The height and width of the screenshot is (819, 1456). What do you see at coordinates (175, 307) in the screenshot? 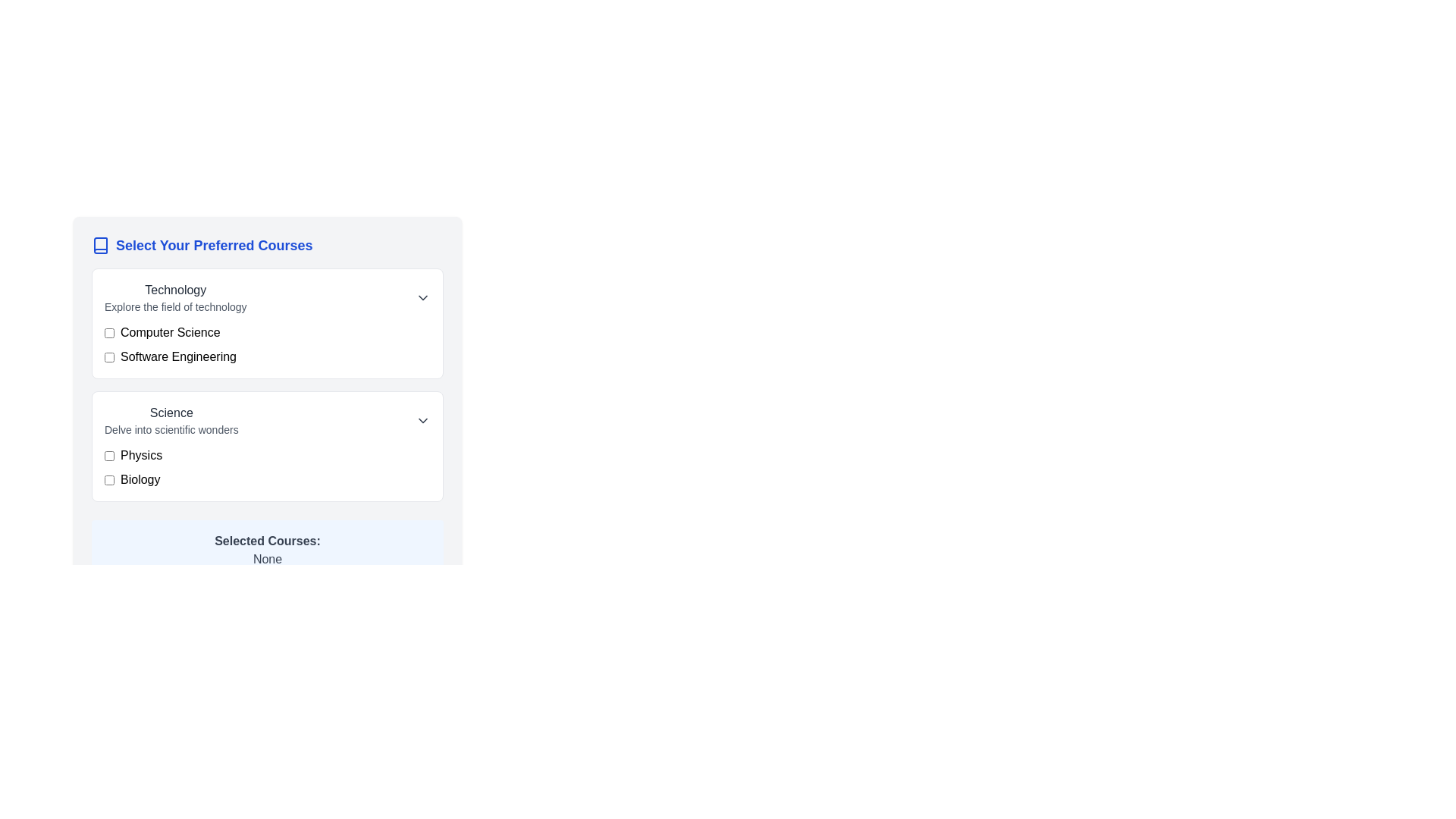
I see `the text label displaying 'Explore the field of technology', which is styled in gray and located directly below the 'Technology' heading` at bounding box center [175, 307].